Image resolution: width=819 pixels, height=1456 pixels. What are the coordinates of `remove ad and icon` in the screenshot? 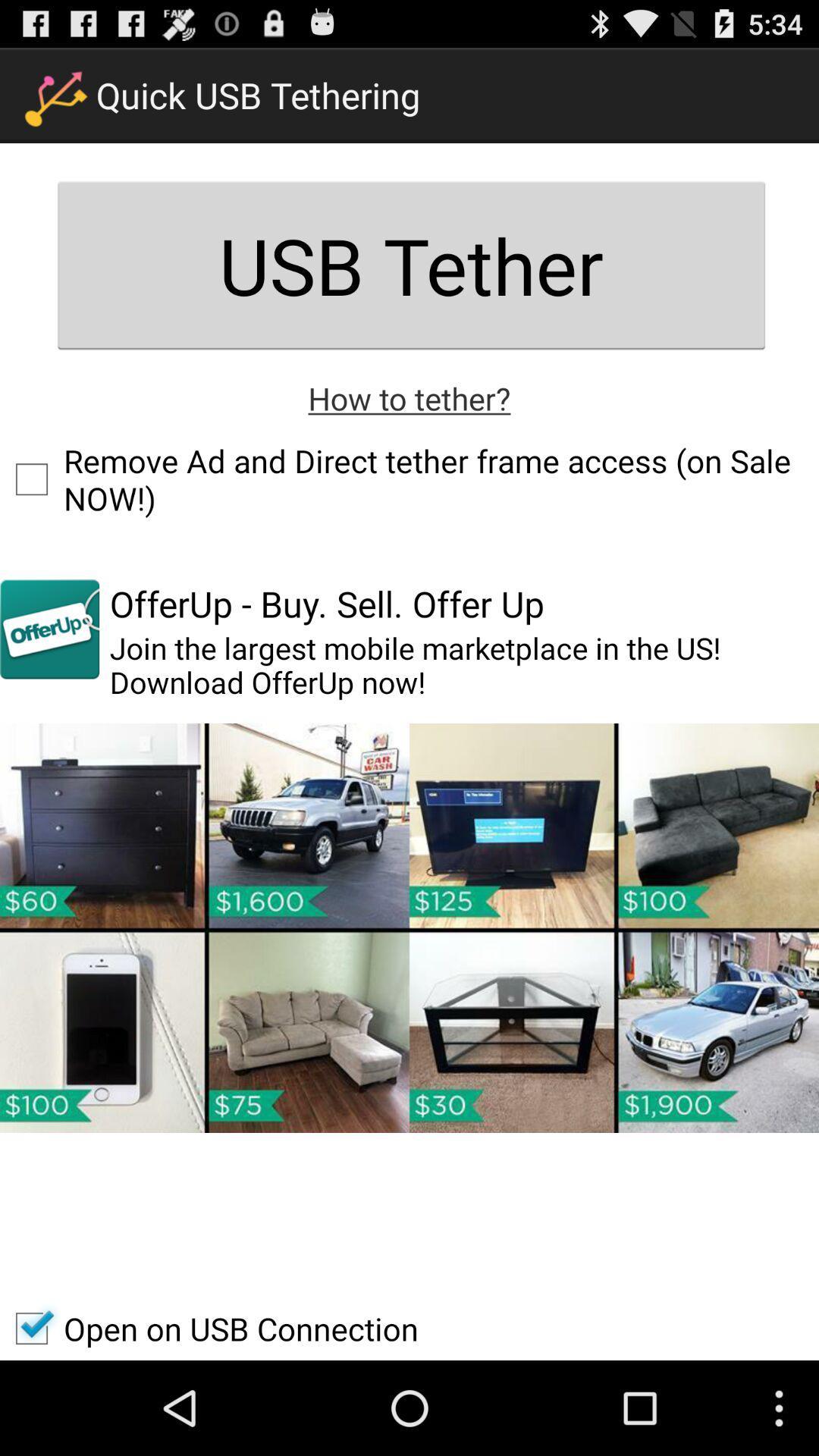 It's located at (409, 479).